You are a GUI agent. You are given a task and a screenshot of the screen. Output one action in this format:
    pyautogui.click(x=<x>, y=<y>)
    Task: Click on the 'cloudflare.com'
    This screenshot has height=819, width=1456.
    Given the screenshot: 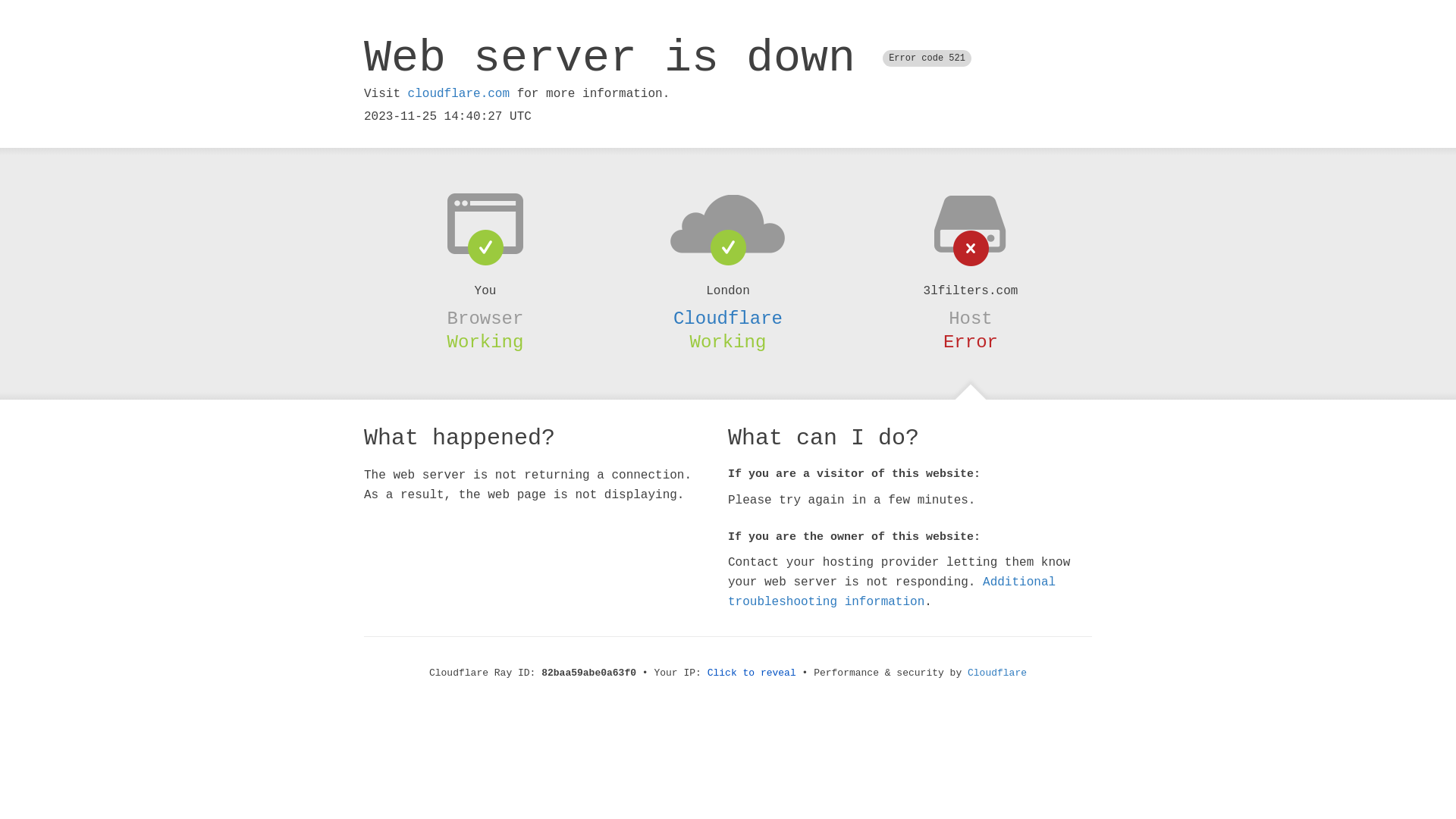 What is the action you would take?
    pyautogui.click(x=457, y=93)
    